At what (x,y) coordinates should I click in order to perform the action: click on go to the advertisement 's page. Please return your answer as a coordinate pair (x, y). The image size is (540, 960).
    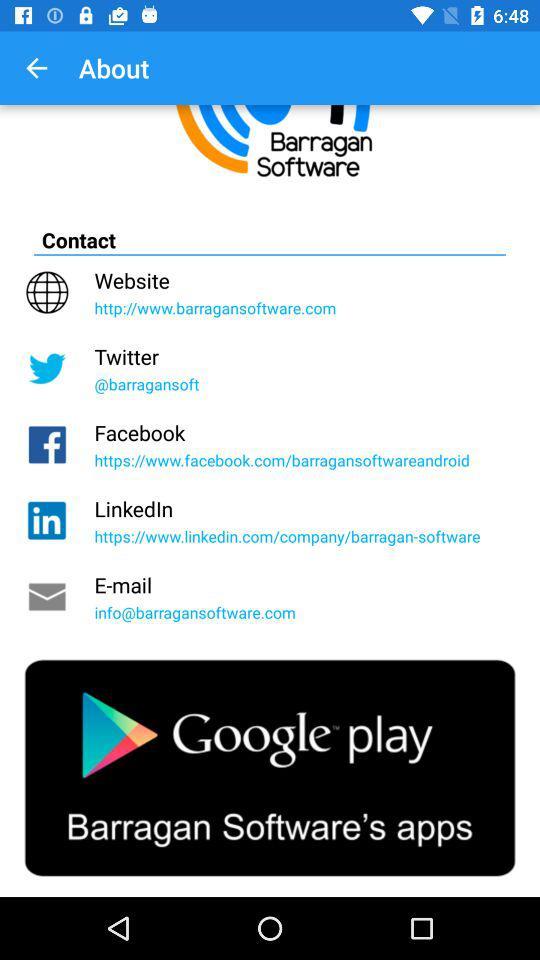
    Looking at the image, I should click on (270, 767).